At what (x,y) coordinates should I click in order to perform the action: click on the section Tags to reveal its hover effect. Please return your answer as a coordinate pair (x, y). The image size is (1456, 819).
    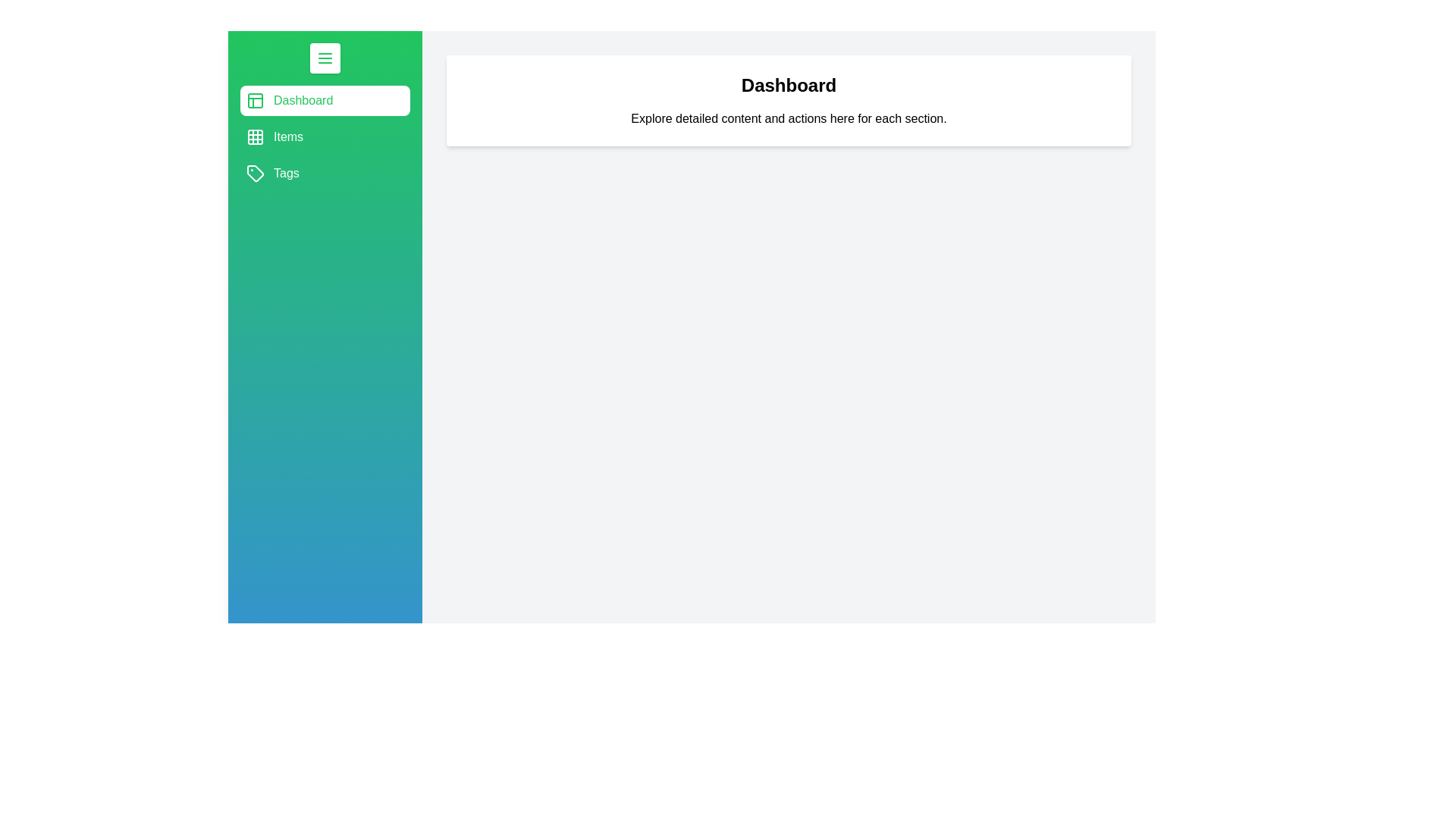
    Looking at the image, I should click on (324, 172).